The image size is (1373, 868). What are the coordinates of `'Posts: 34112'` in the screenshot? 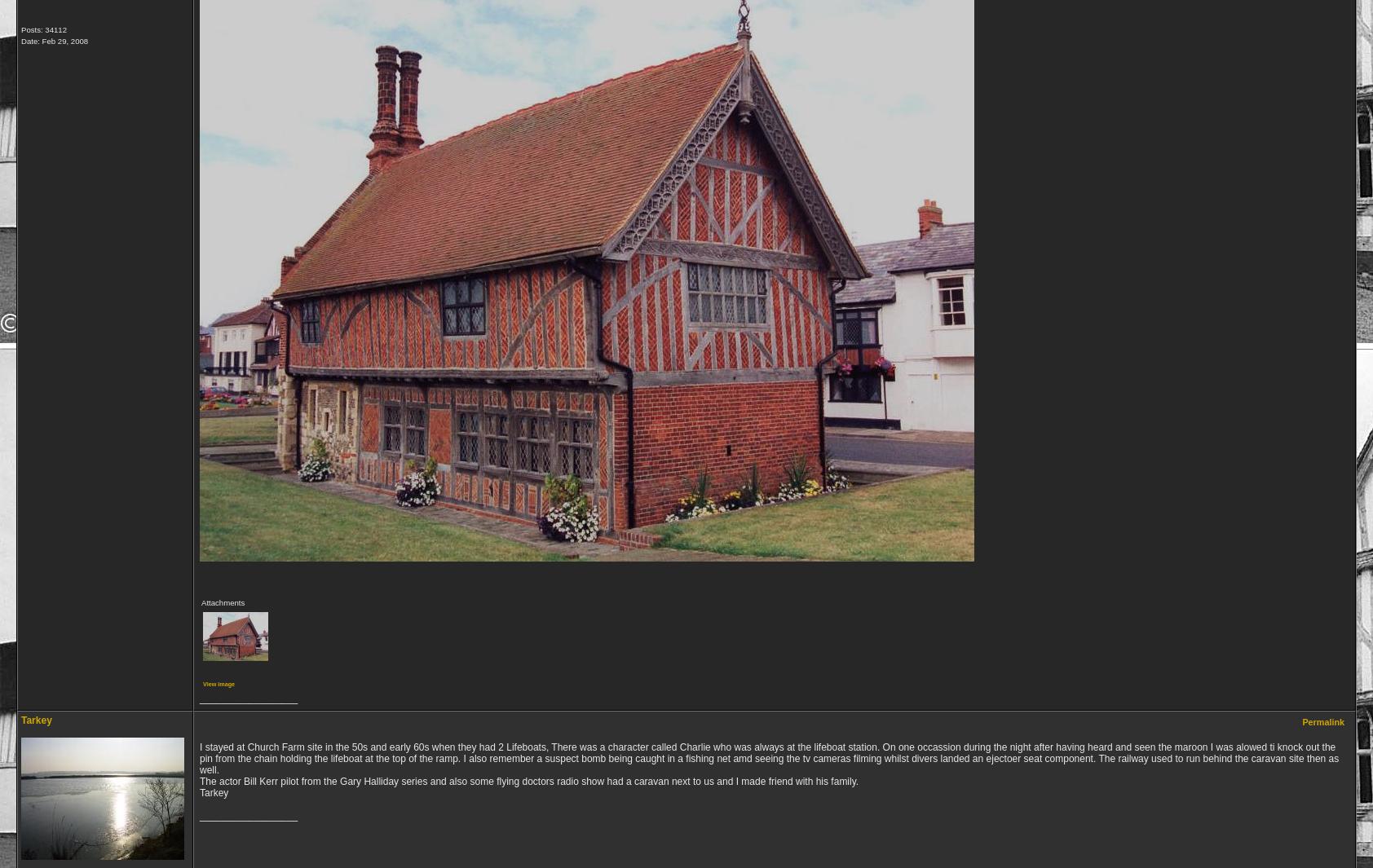 It's located at (43, 29).